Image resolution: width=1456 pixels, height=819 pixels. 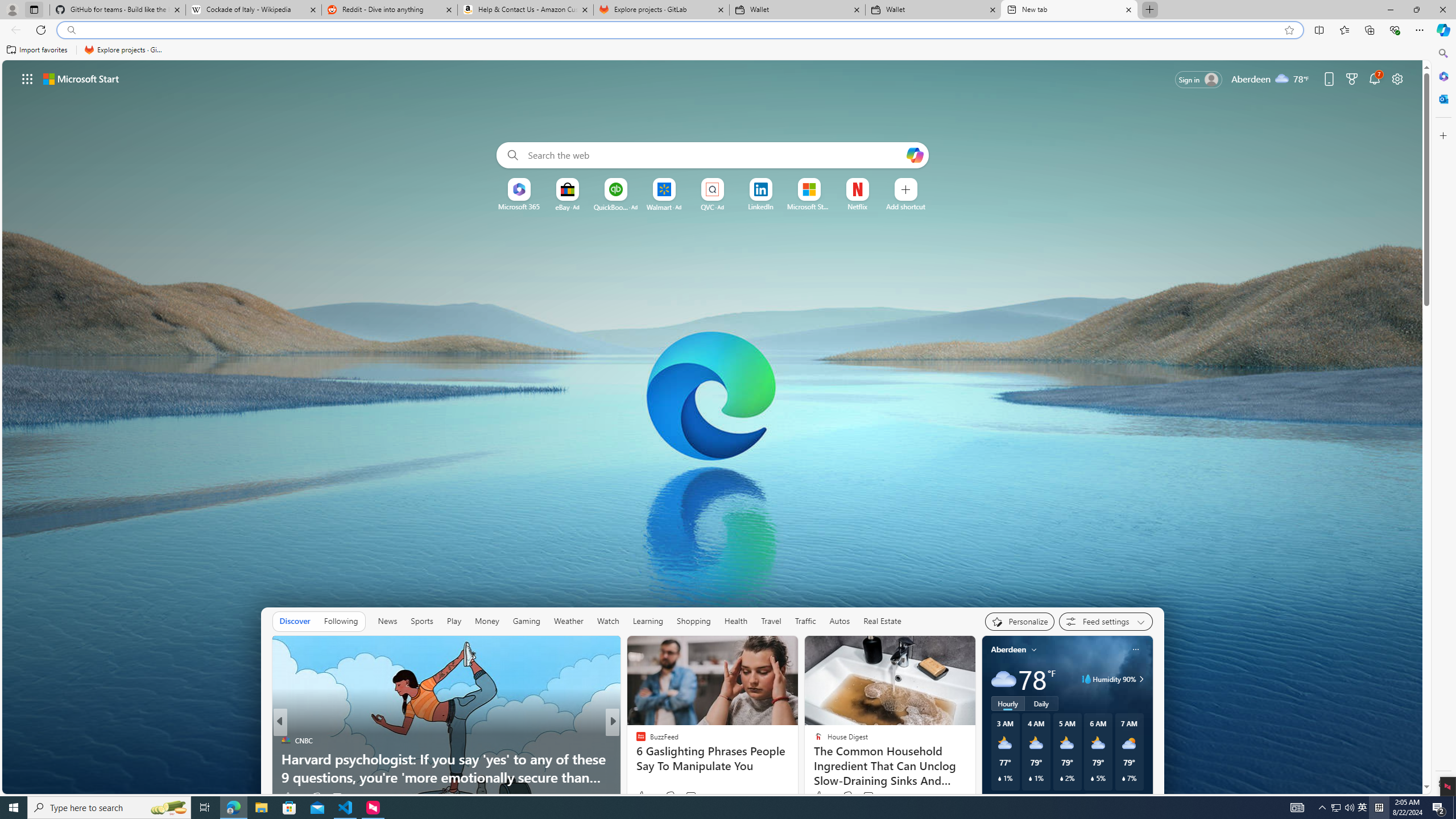 What do you see at coordinates (635, 758) in the screenshot?
I see `'Reader'` at bounding box center [635, 758].